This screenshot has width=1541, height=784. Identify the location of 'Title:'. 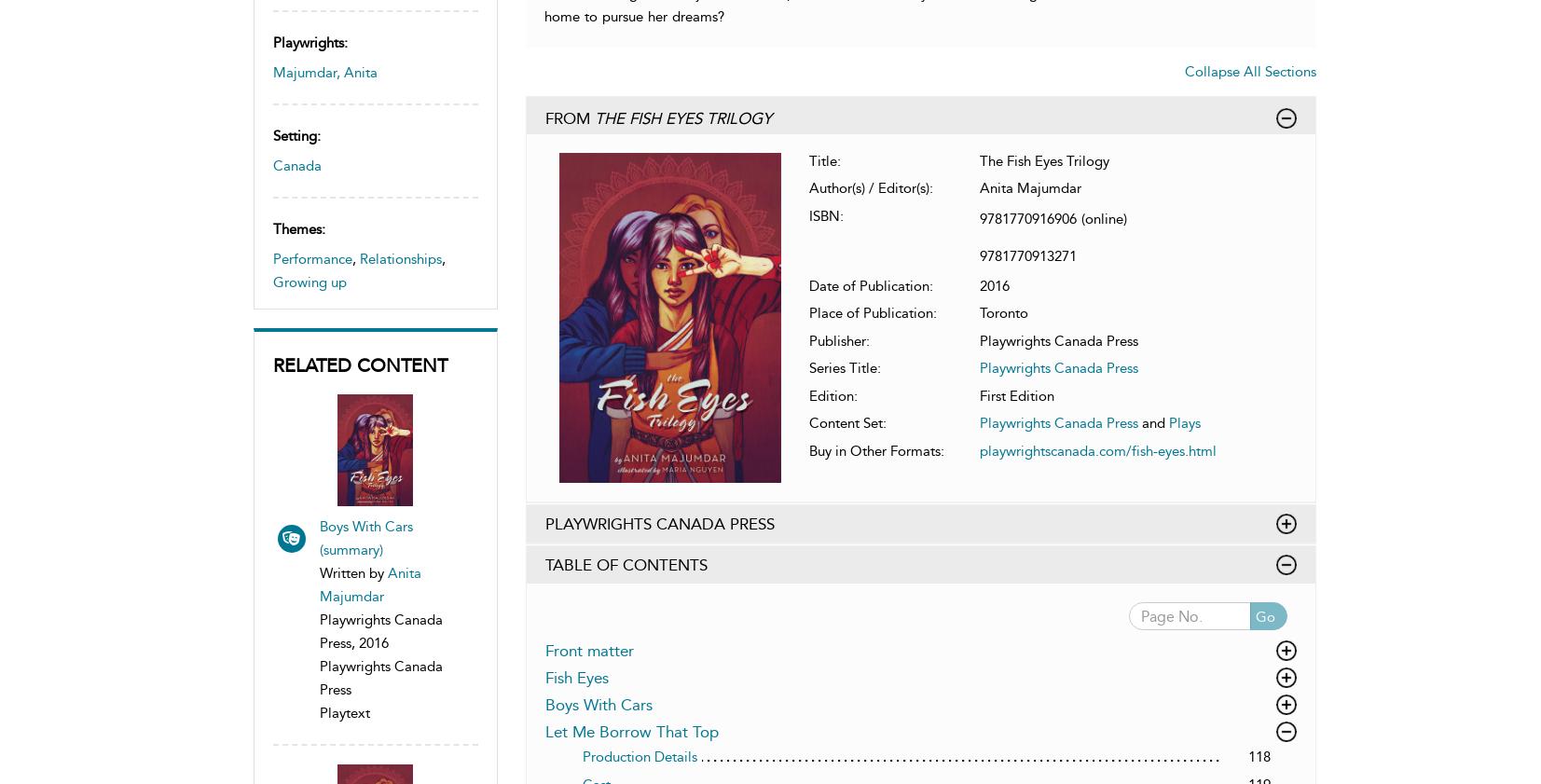
(825, 158).